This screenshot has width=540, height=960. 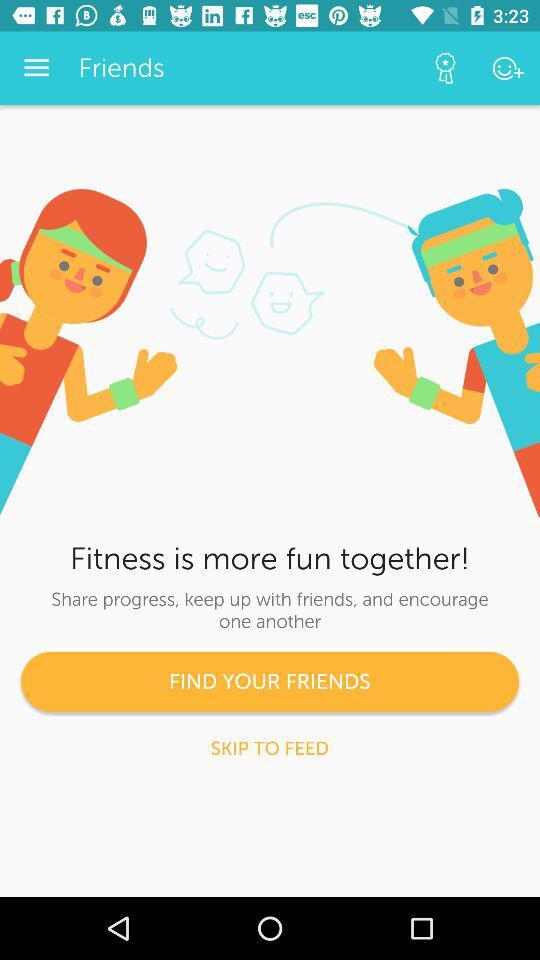 What do you see at coordinates (445, 68) in the screenshot?
I see `the item to the right of the friends` at bounding box center [445, 68].